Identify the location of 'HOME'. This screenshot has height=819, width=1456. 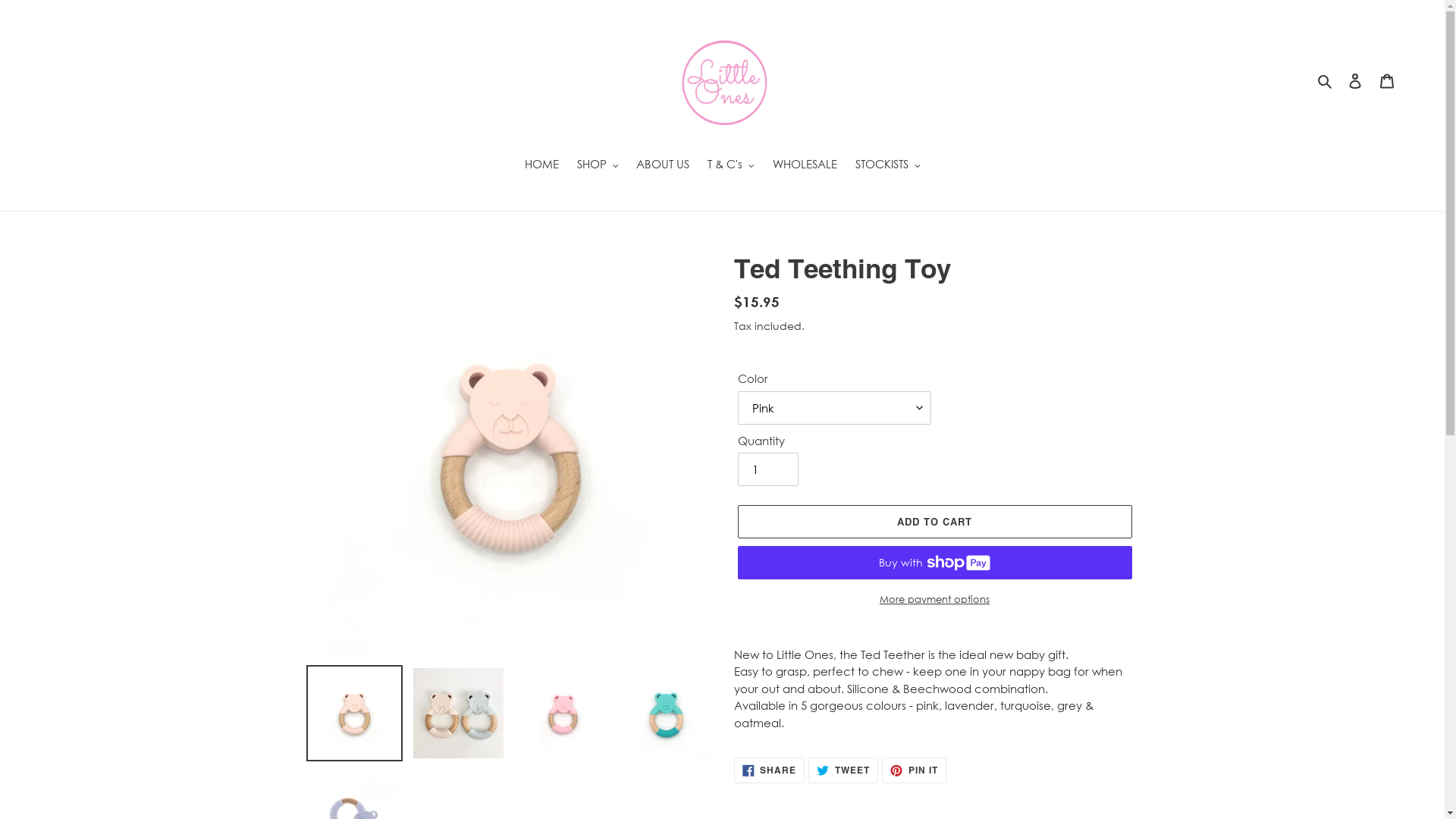
(516, 165).